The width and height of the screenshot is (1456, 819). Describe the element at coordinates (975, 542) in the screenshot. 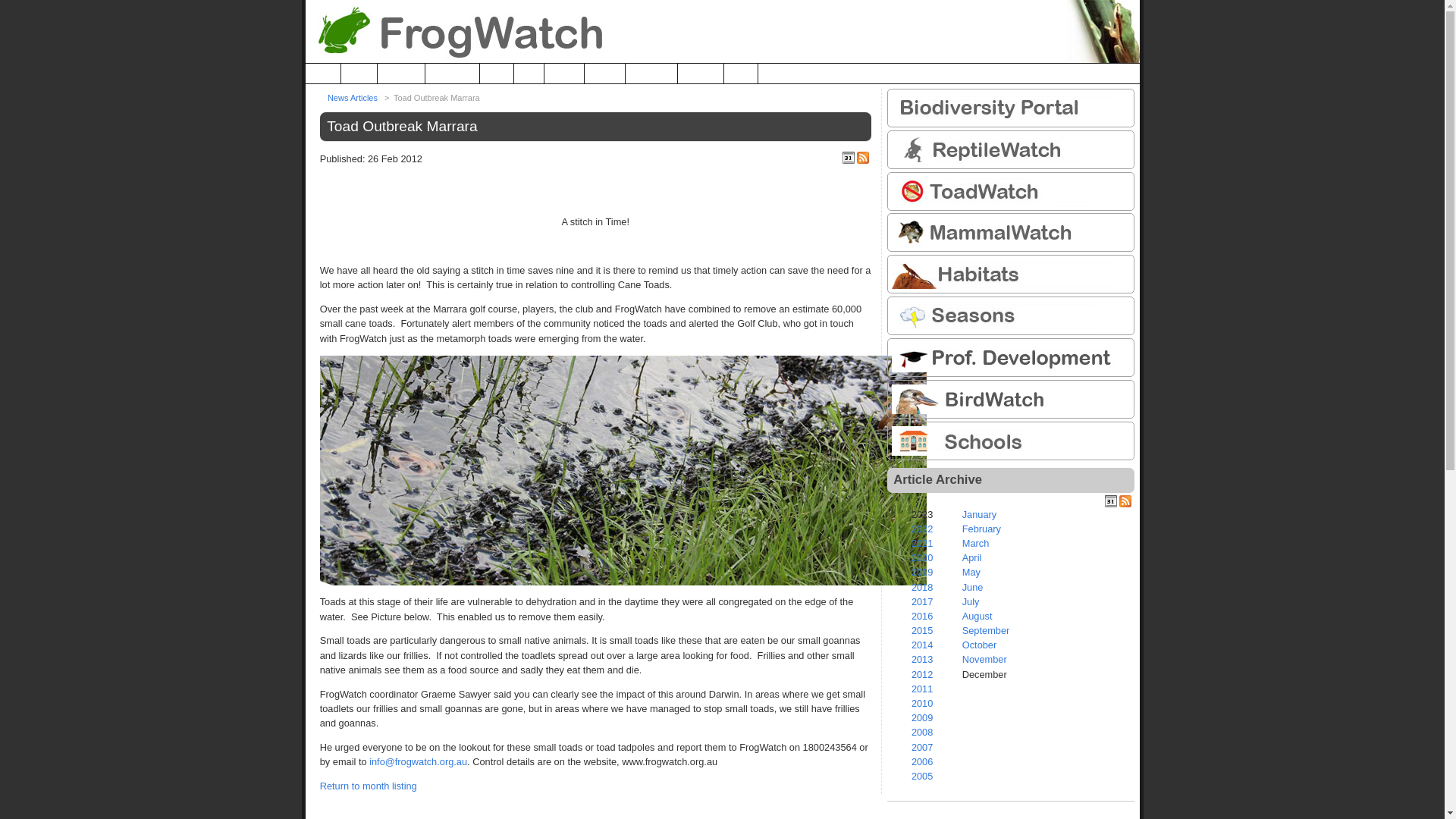

I see `'March'` at that location.